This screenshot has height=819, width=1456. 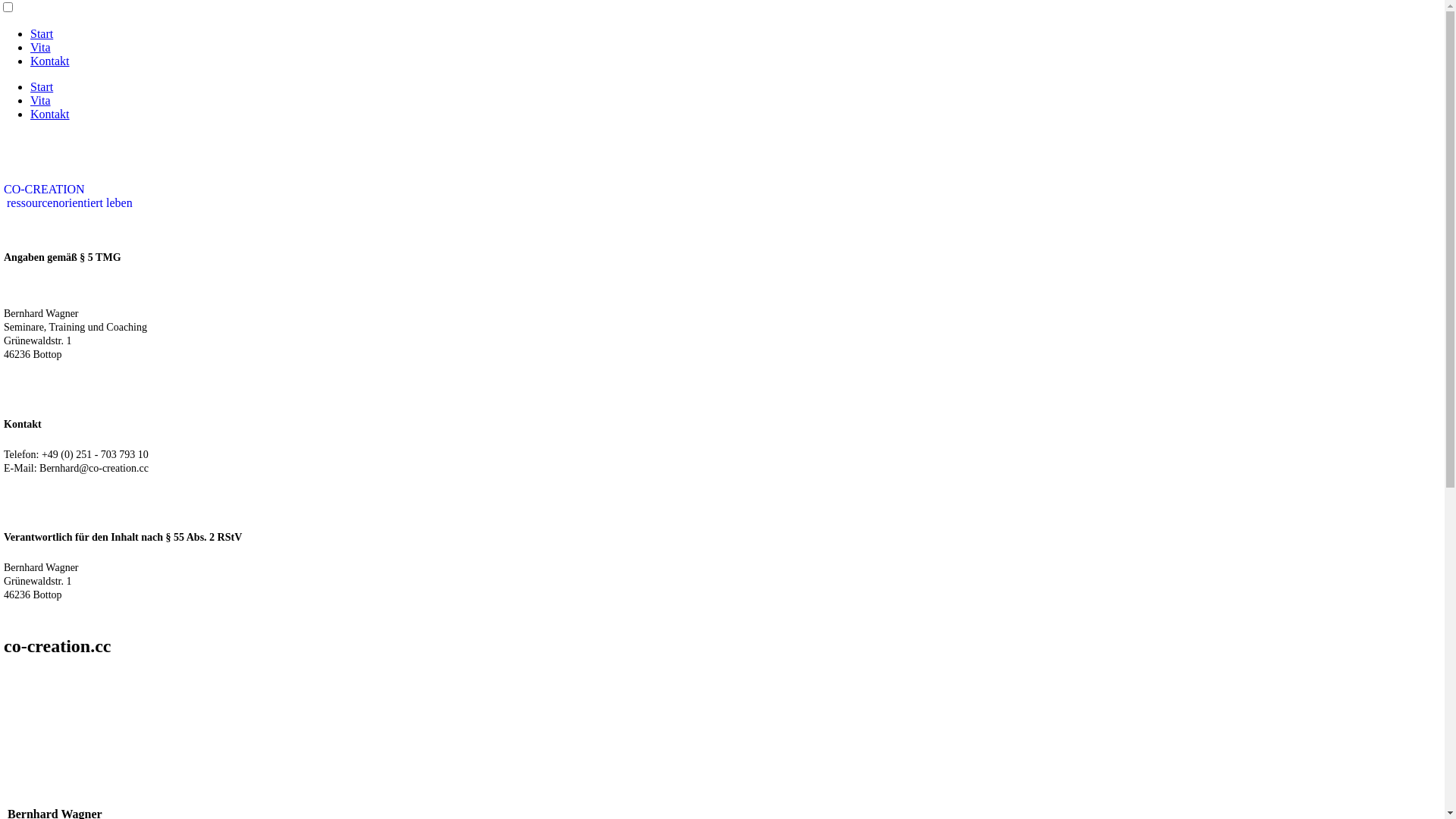 I want to click on 'Vita', so click(x=30, y=100).